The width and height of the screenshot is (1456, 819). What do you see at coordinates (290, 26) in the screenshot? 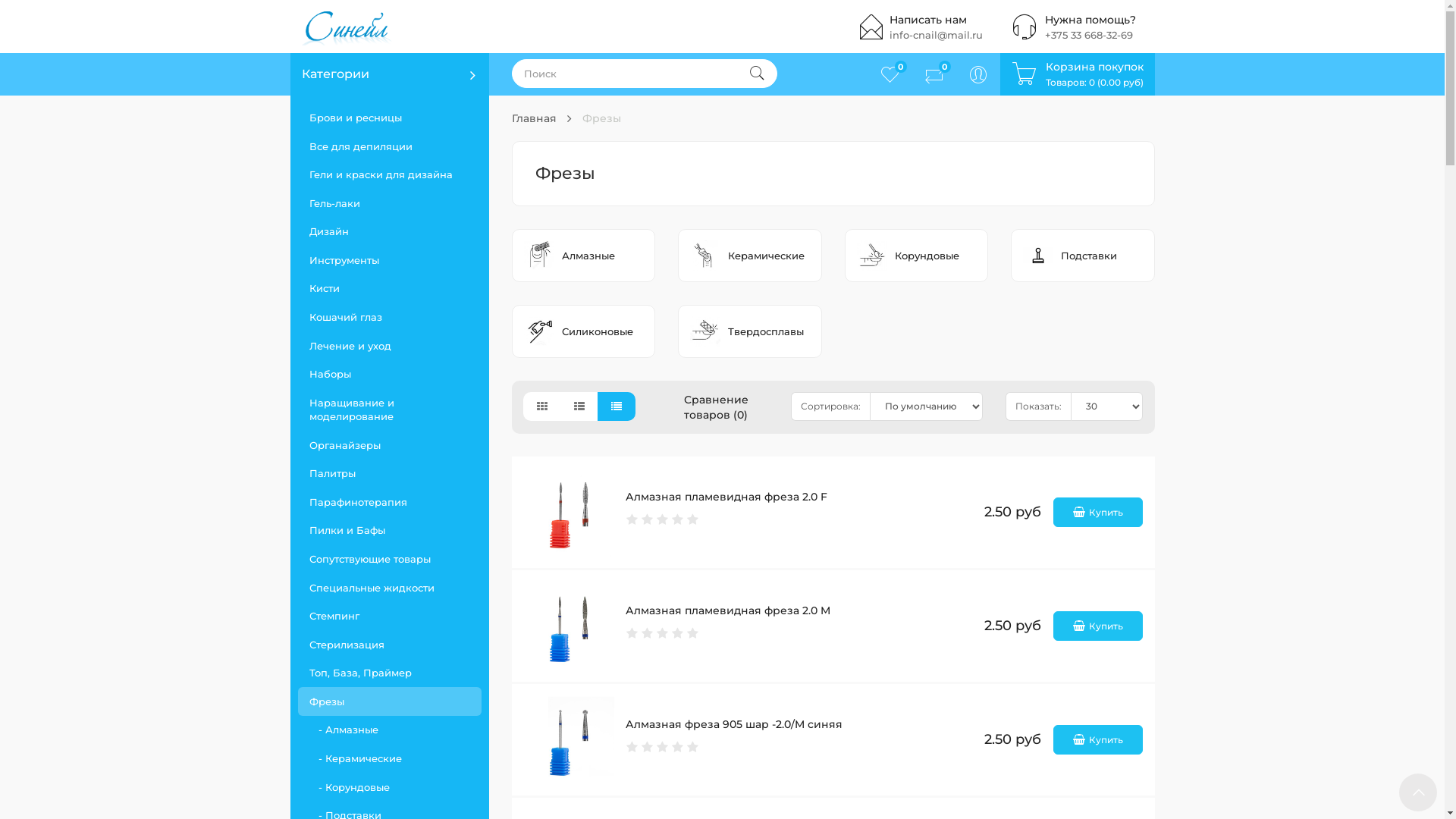
I see `'Cnail'` at bounding box center [290, 26].